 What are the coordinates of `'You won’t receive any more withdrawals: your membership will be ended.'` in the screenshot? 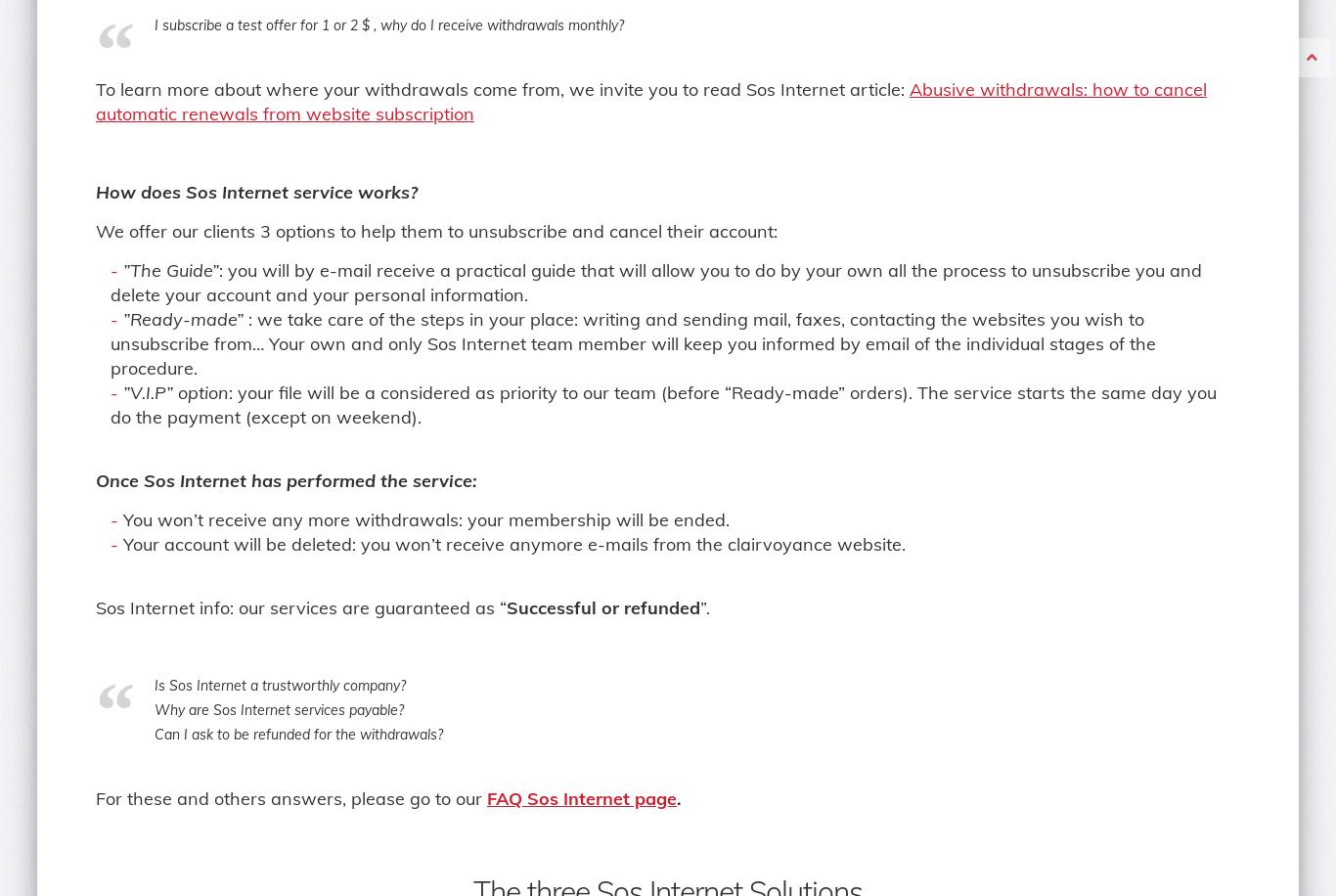 It's located at (425, 518).